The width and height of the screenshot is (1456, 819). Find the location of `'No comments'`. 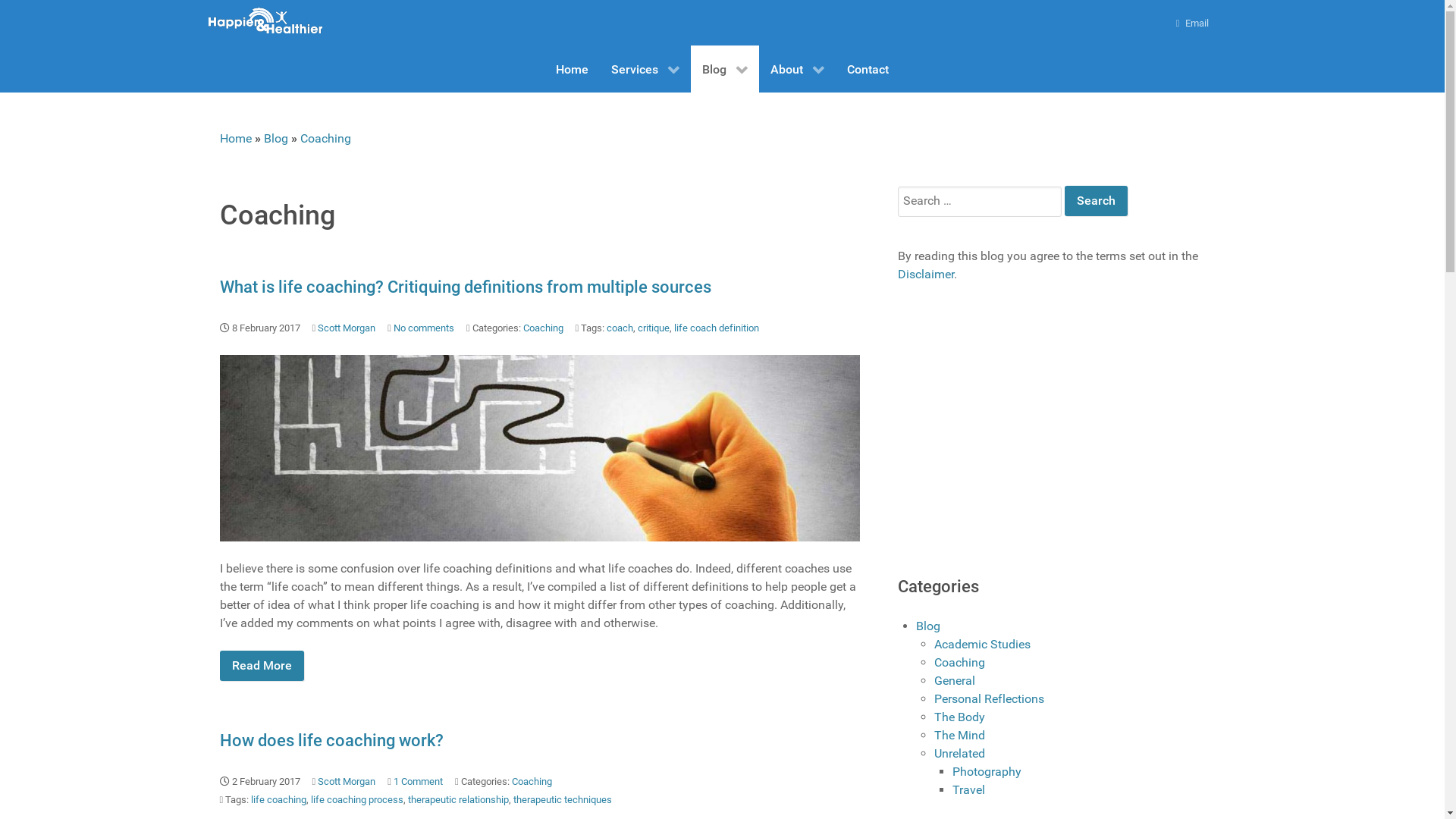

'No comments' is located at coordinates (423, 327).